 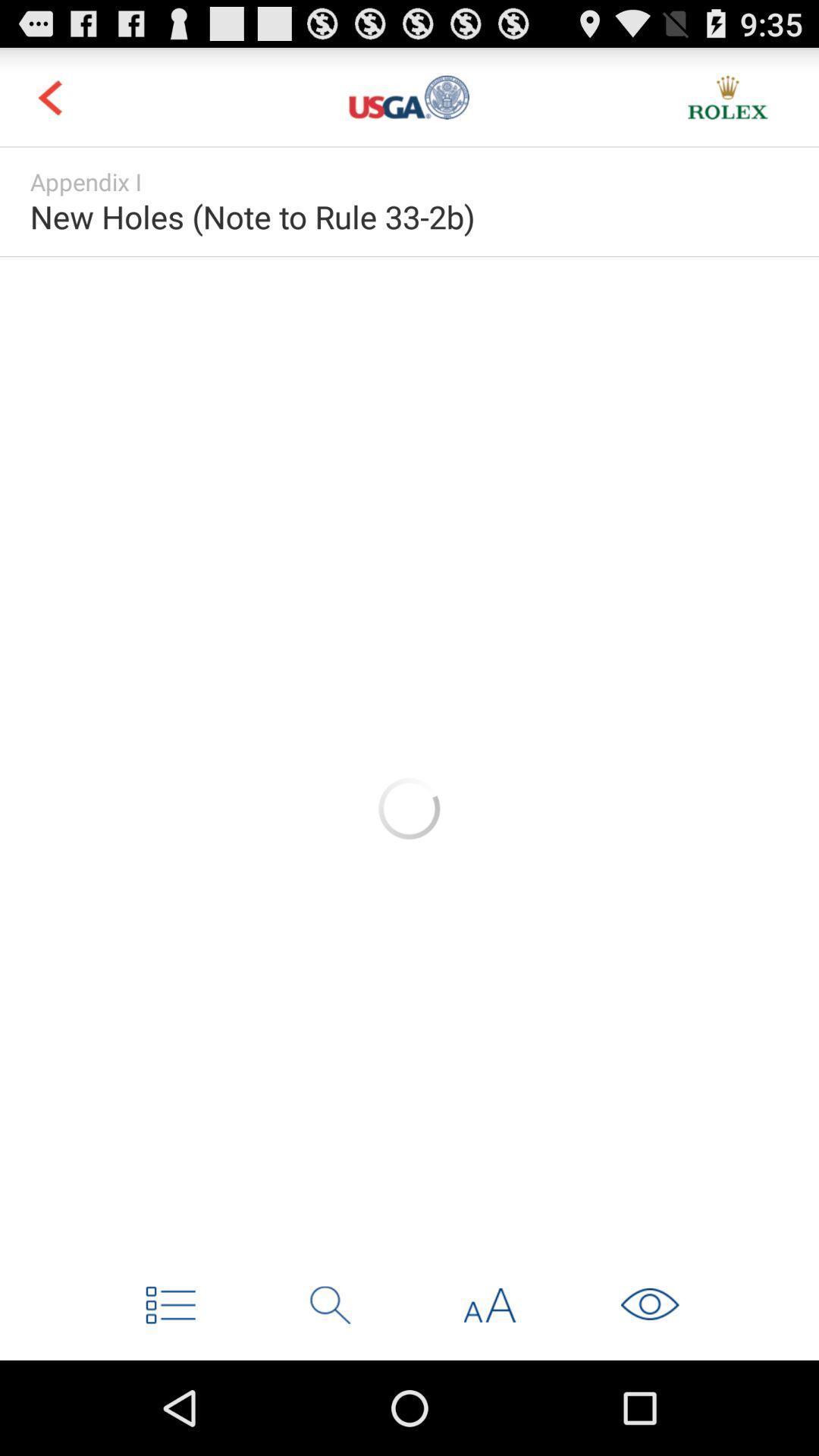 What do you see at coordinates (409, 808) in the screenshot?
I see `loading image` at bounding box center [409, 808].